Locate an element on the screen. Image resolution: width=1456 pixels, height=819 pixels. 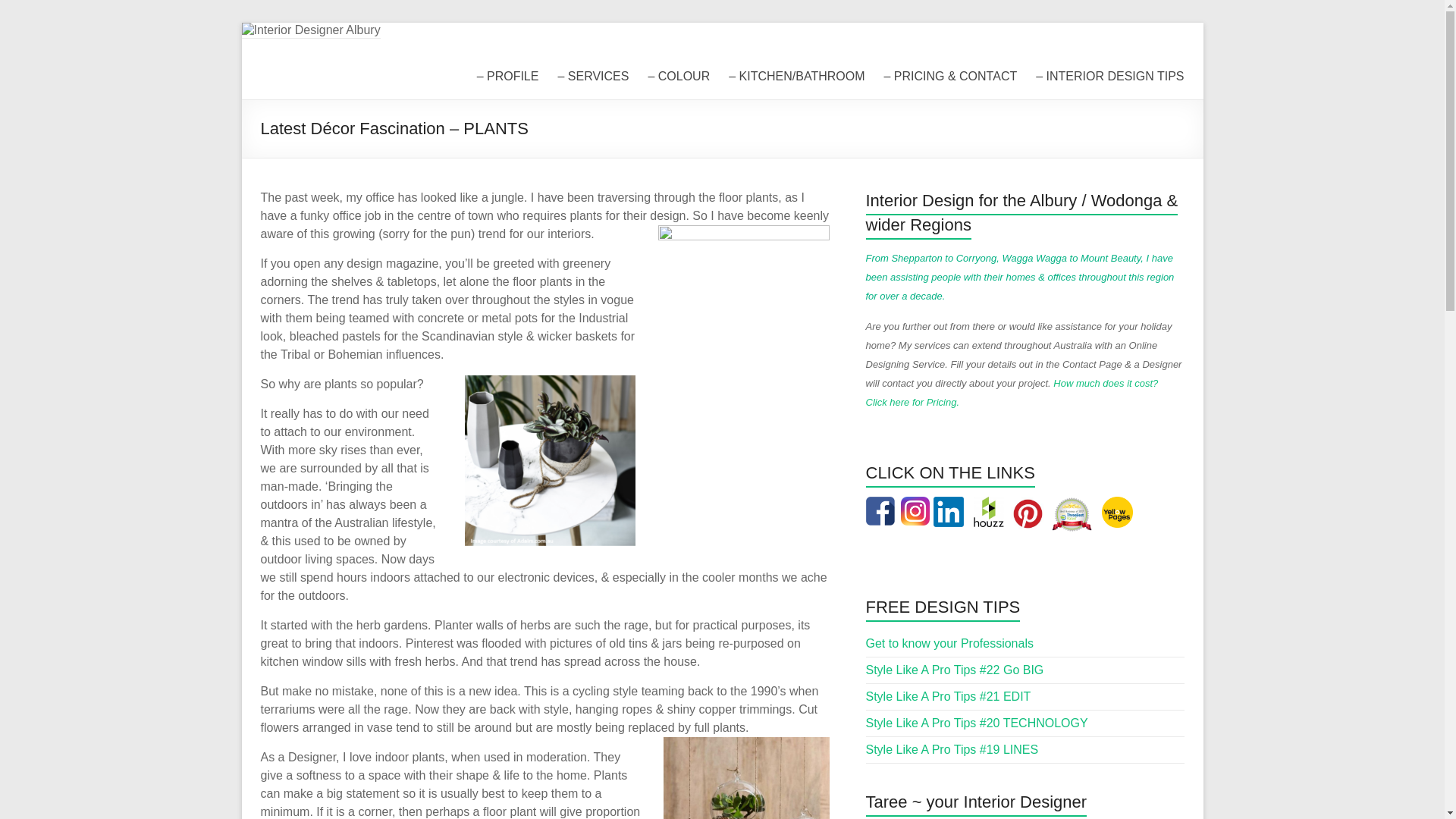
'How much does it cost?  Click here for Pricing.' is located at coordinates (1013, 391).